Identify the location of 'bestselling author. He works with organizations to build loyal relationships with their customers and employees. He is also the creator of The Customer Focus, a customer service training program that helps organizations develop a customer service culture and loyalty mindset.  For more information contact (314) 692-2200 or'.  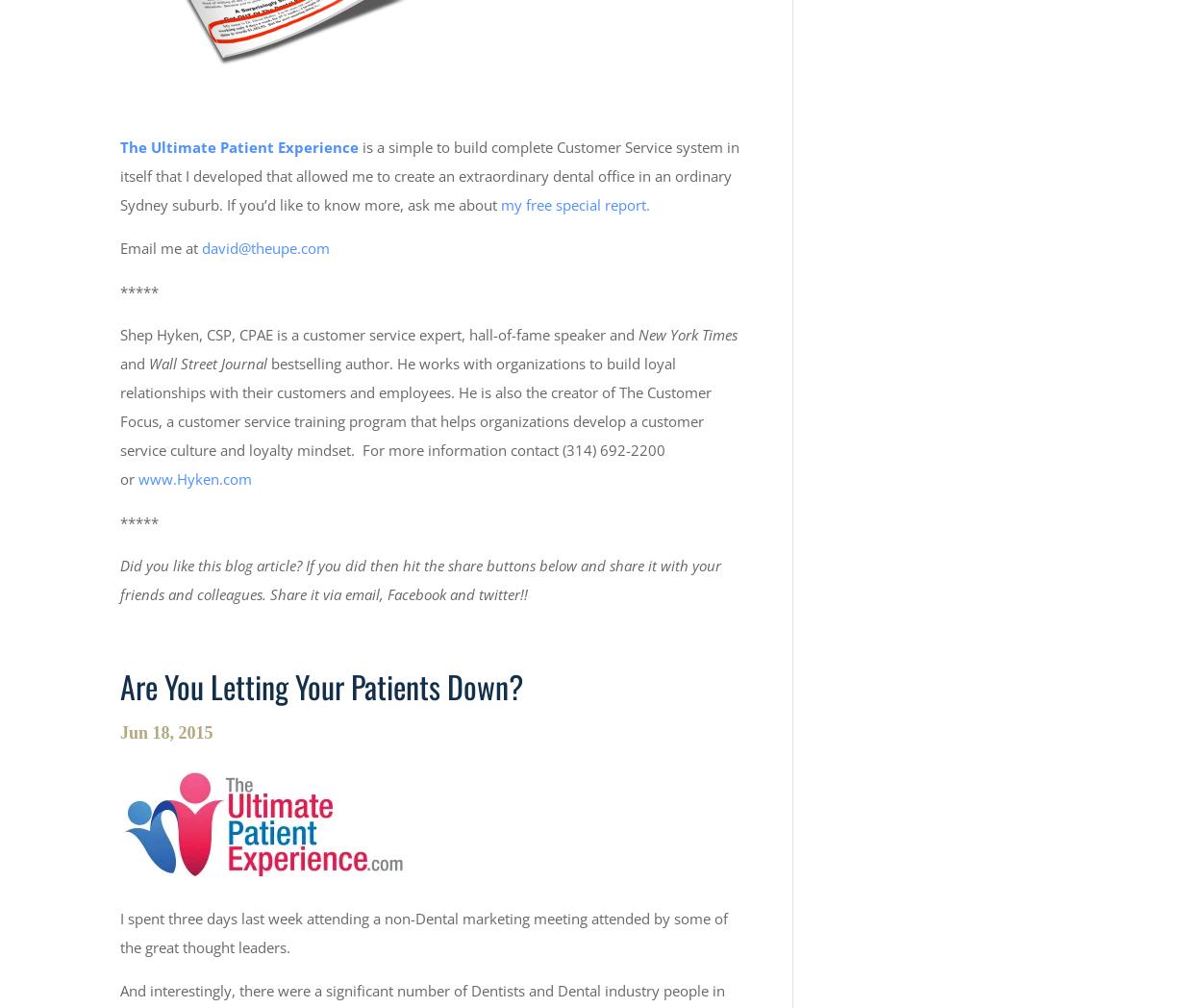
(415, 419).